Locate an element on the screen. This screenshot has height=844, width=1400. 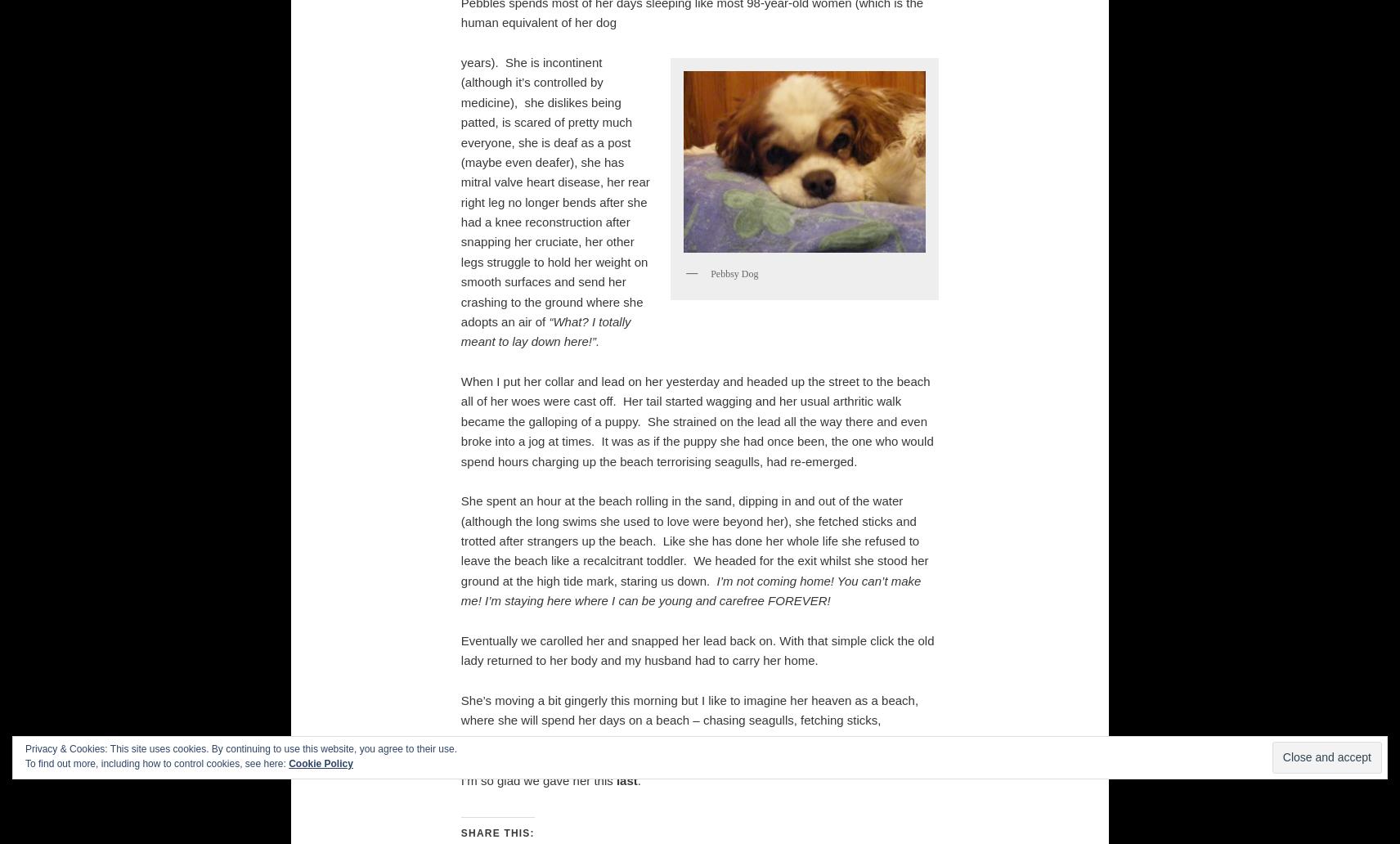
'“What? I totally meant to lay down here!”.' is located at coordinates (460, 330).